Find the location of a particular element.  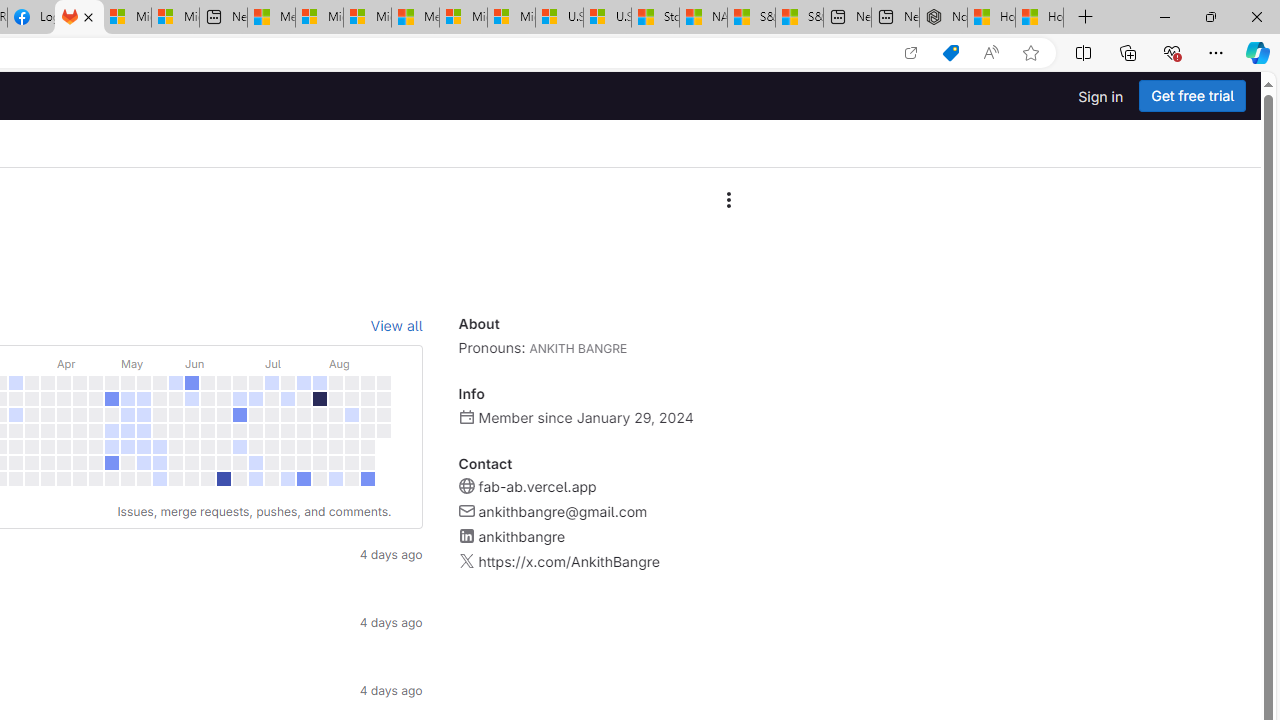

'ankithbangre' is located at coordinates (521, 536).